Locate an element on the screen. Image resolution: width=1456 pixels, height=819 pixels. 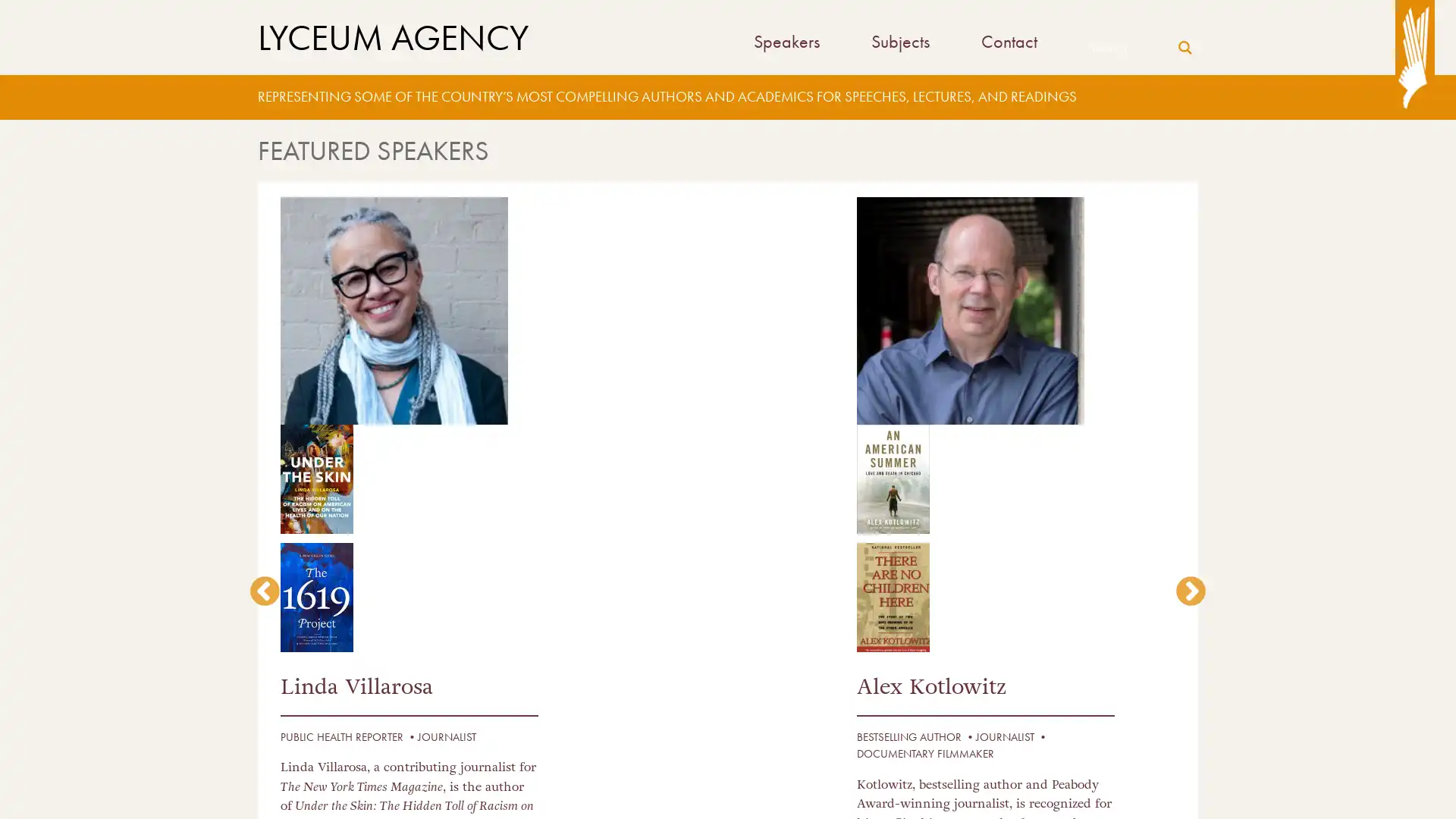
previous is located at coordinates (265, 327).